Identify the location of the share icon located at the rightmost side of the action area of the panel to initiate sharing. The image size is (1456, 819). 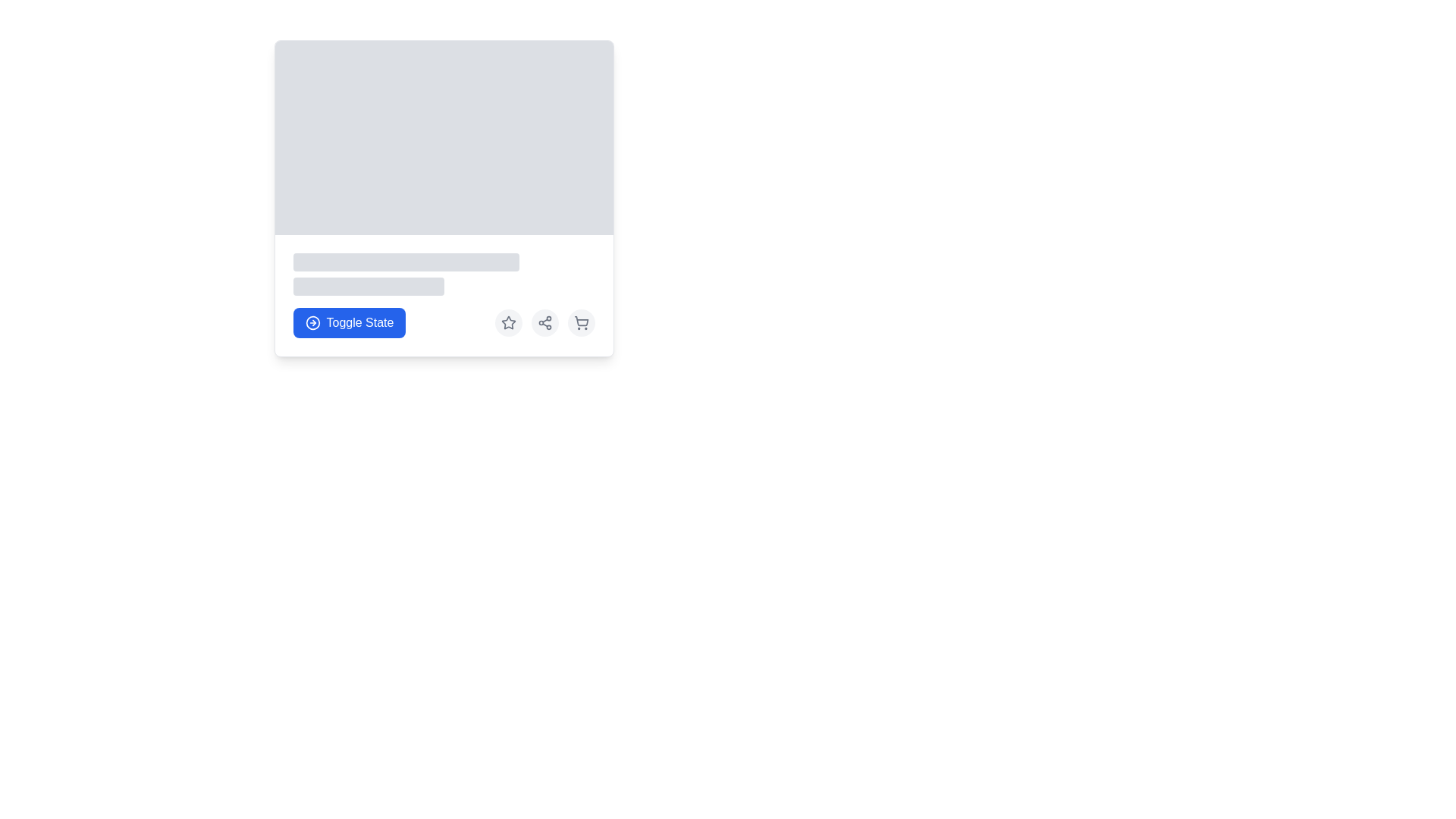
(544, 322).